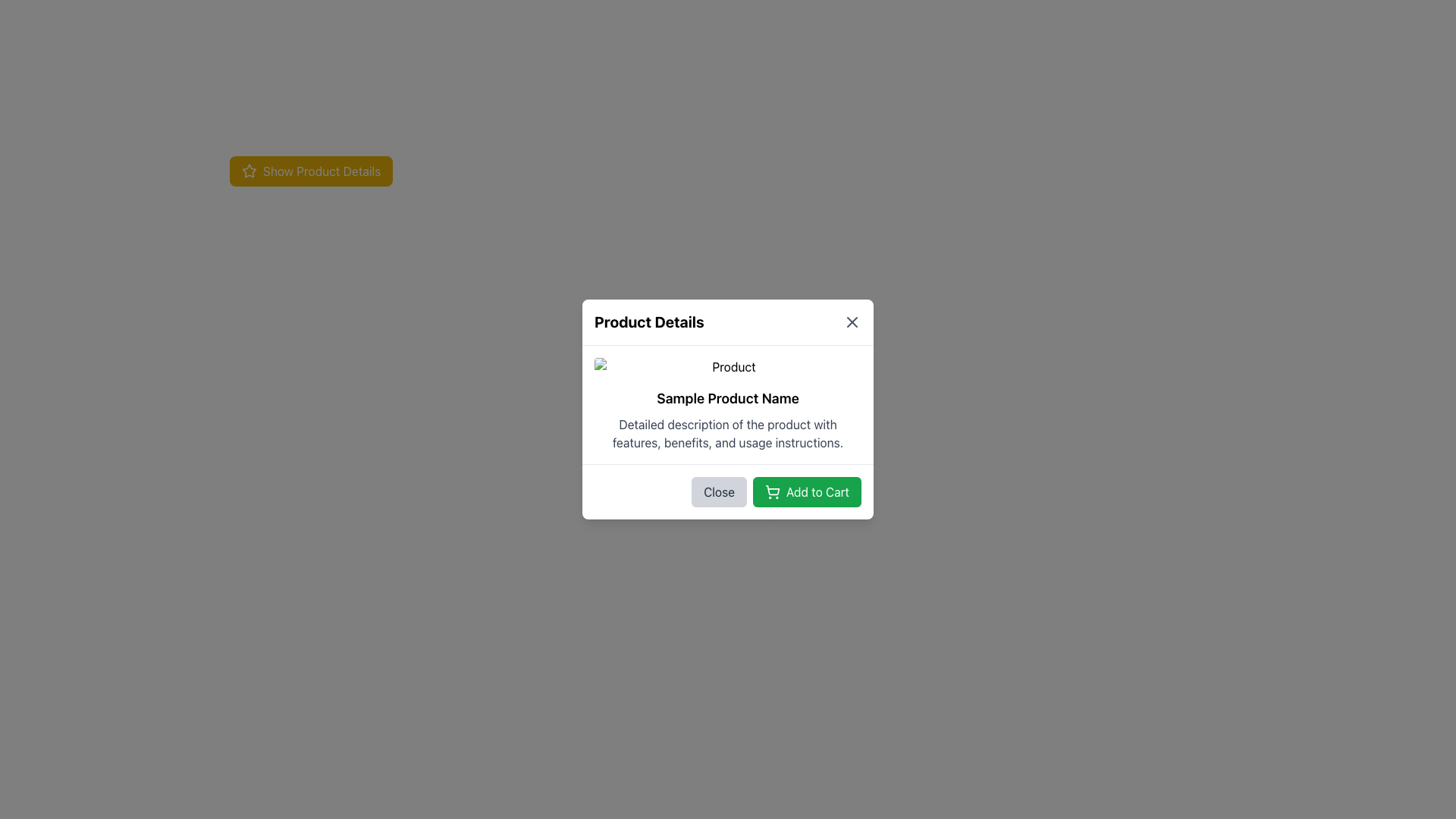  Describe the element at coordinates (772, 491) in the screenshot. I see `the shopping cart icon located to the left of the 'Add to Cart' button text label` at that location.